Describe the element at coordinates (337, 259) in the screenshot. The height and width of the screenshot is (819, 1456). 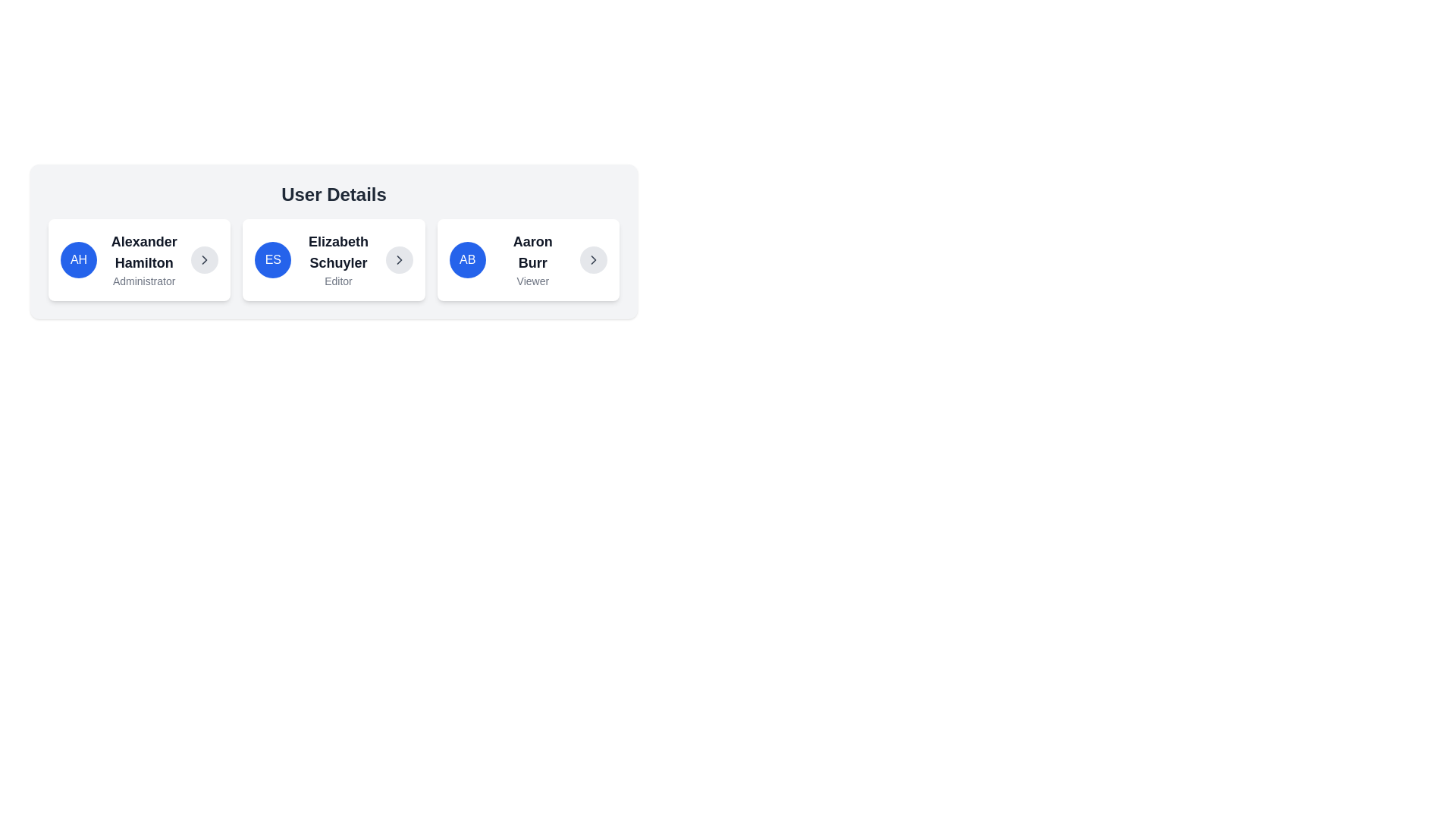
I see `the interactive elements surrounding the text display for the user 'Elizabeth Schuyler' in the second card under the 'User Details' header` at that location.